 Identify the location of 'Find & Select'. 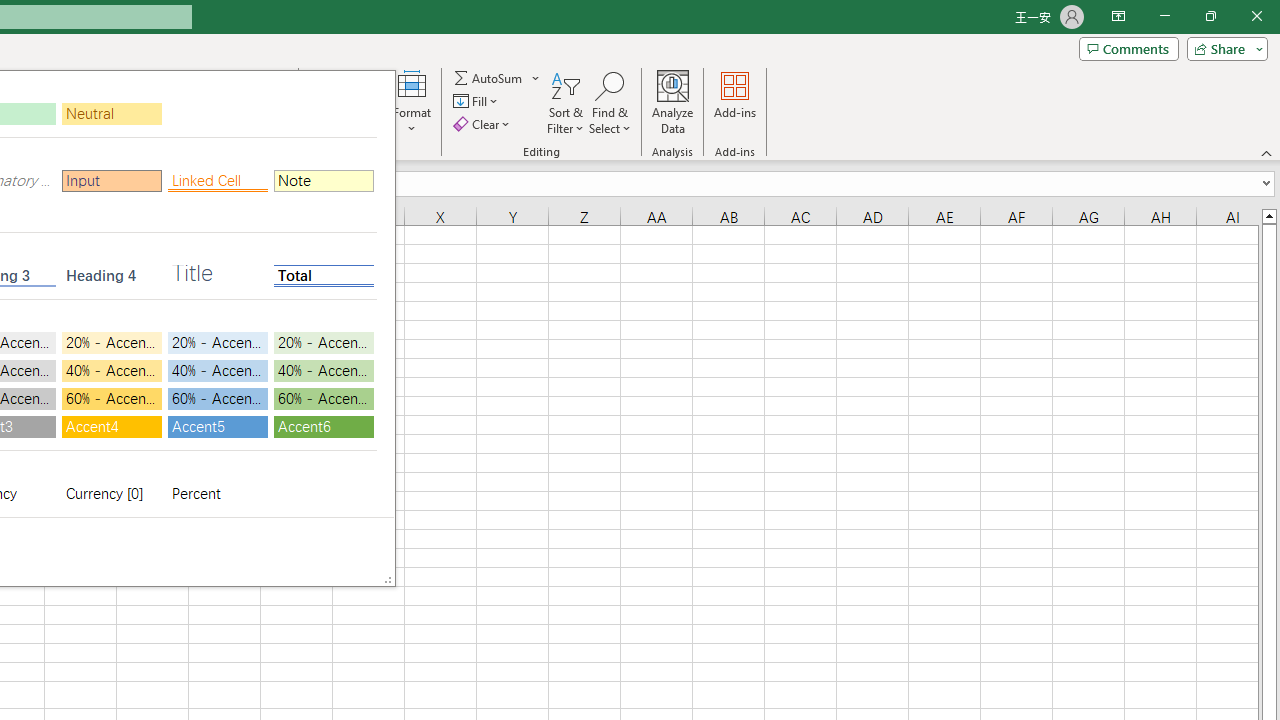
(609, 103).